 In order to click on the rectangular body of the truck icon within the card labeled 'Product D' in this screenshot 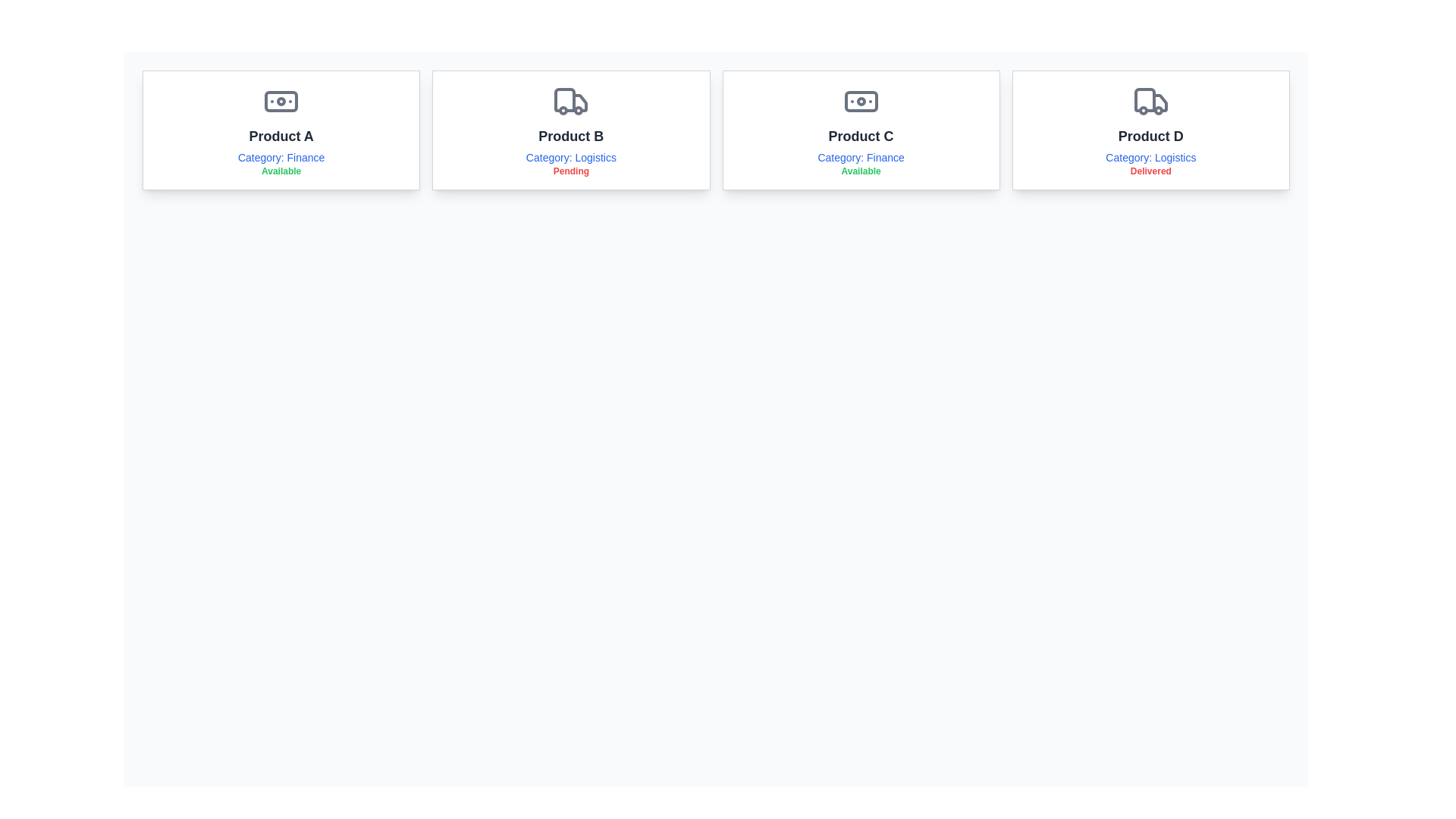, I will do `click(1144, 99)`.